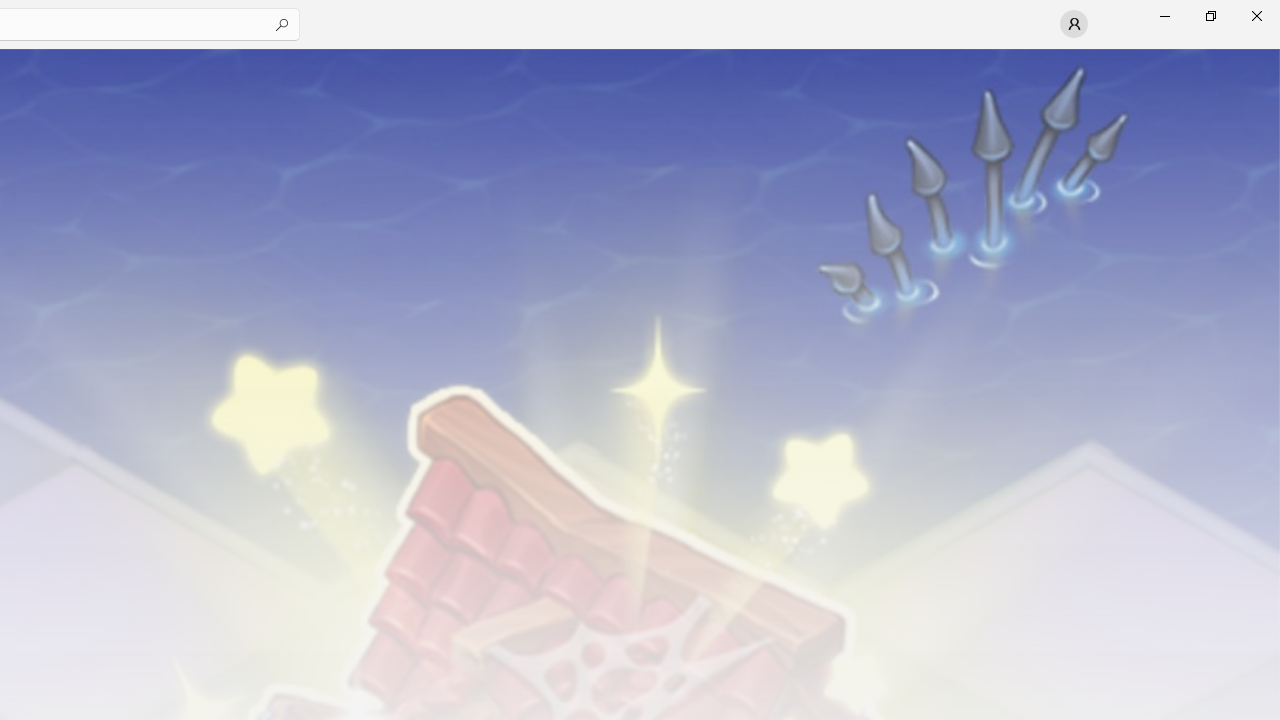  I want to click on 'Restore Microsoft Store', so click(1209, 15).